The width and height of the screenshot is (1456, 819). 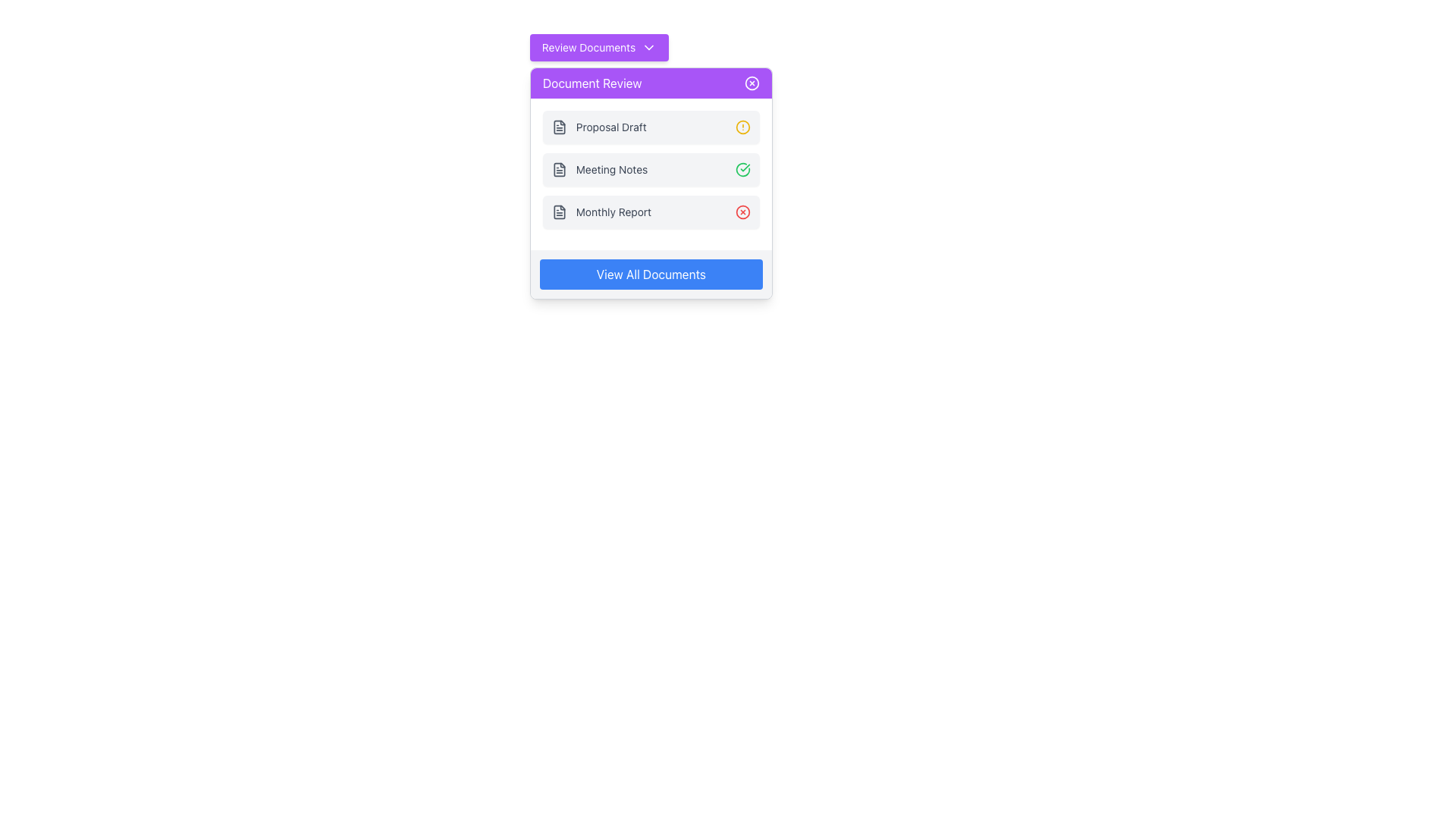 I want to click on the button that allows viewing all documents in the 'Document Review' section, located at the bottom of the panel, so click(x=651, y=275).